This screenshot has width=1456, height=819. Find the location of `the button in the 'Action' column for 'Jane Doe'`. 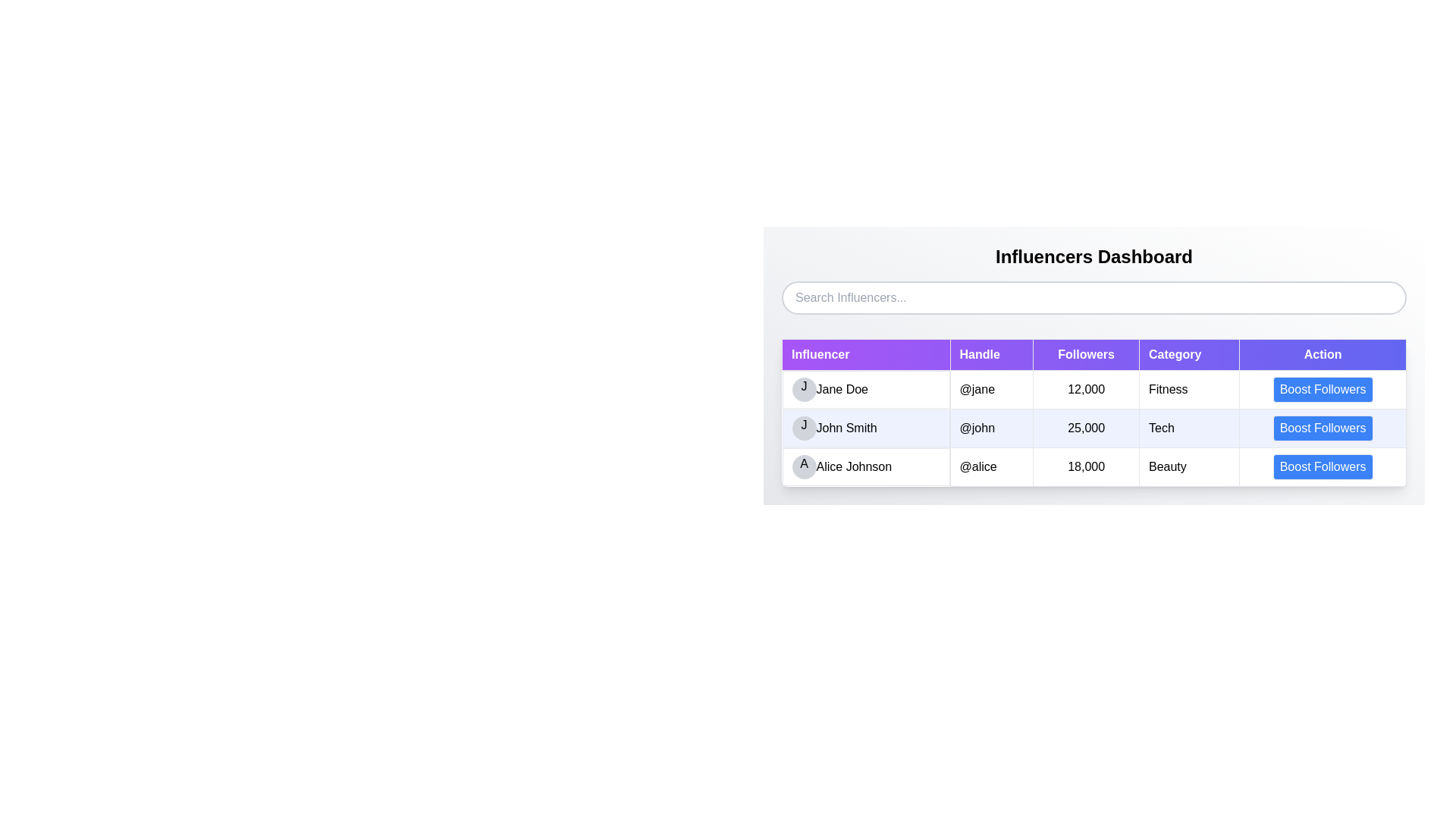

the button in the 'Action' column for 'Jane Doe' is located at coordinates (1322, 388).